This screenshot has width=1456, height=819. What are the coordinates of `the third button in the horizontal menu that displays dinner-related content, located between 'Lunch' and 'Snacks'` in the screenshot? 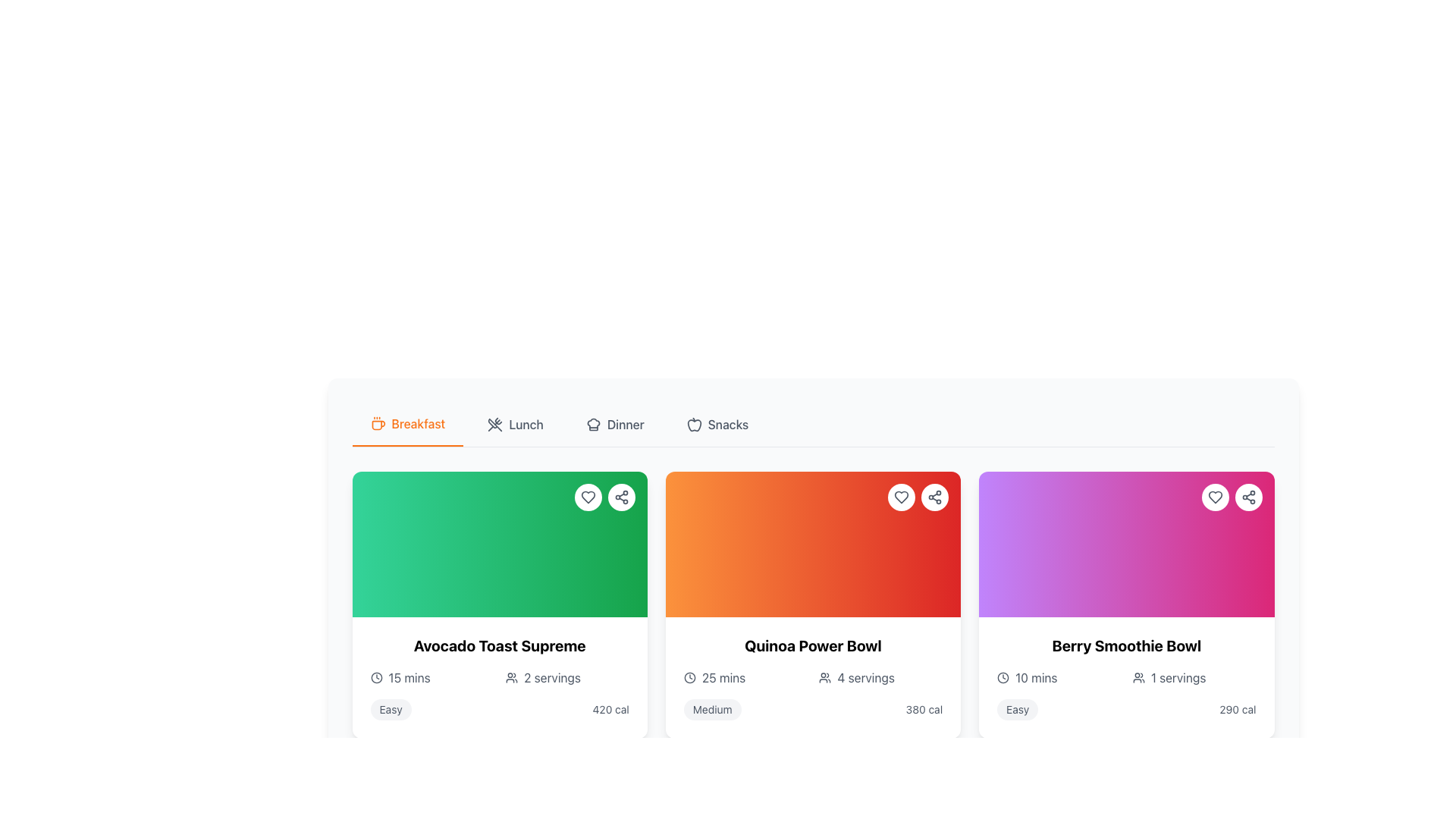 It's located at (615, 424).